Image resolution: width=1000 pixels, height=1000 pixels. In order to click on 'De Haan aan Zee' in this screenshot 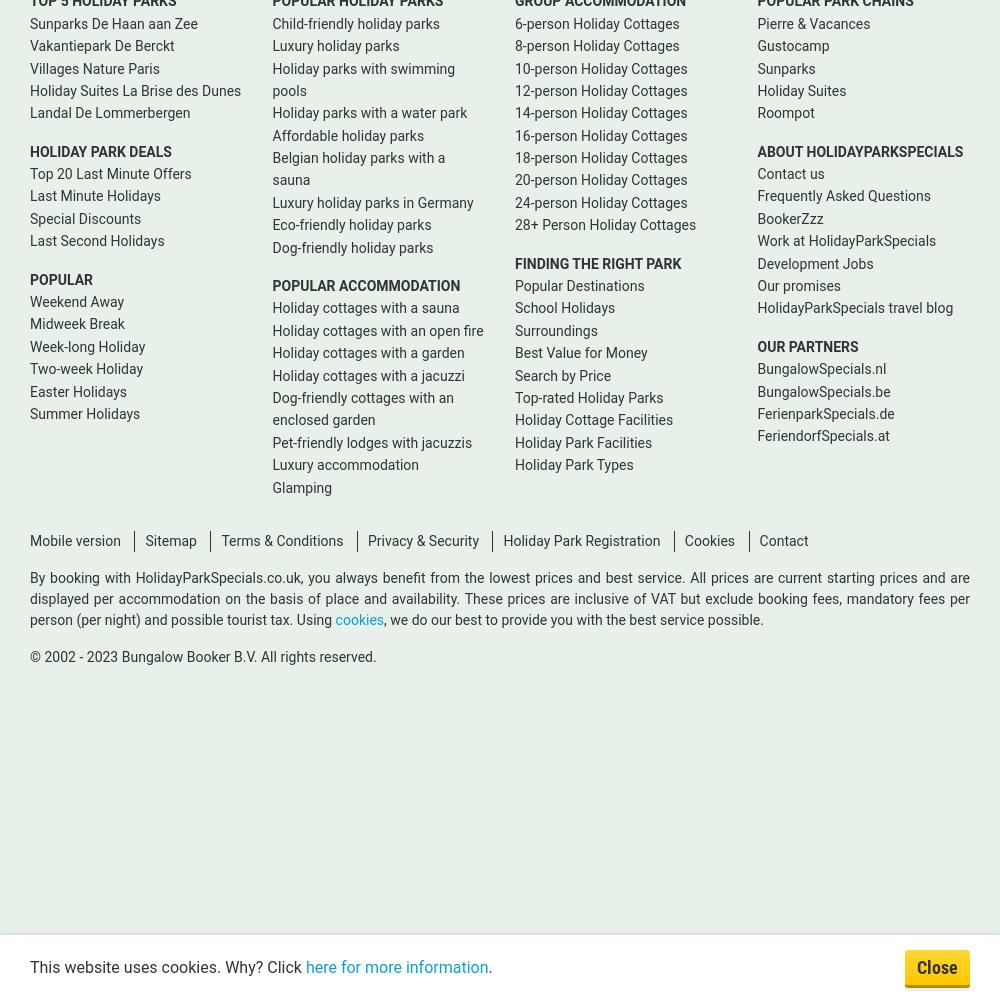, I will do `click(144, 23)`.